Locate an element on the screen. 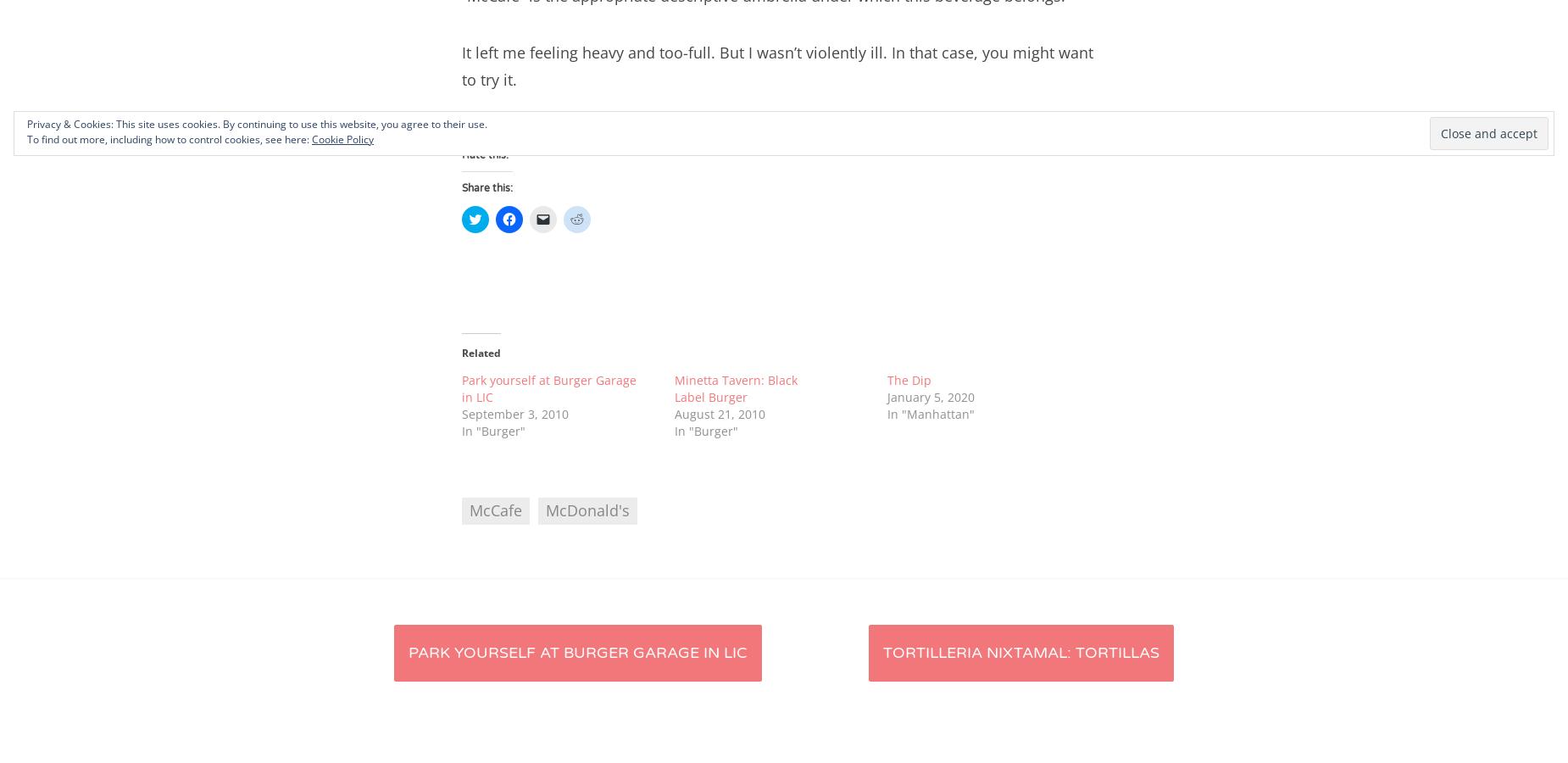 This screenshot has height=763, width=1568. 'Share this:' is located at coordinates (487, 187).